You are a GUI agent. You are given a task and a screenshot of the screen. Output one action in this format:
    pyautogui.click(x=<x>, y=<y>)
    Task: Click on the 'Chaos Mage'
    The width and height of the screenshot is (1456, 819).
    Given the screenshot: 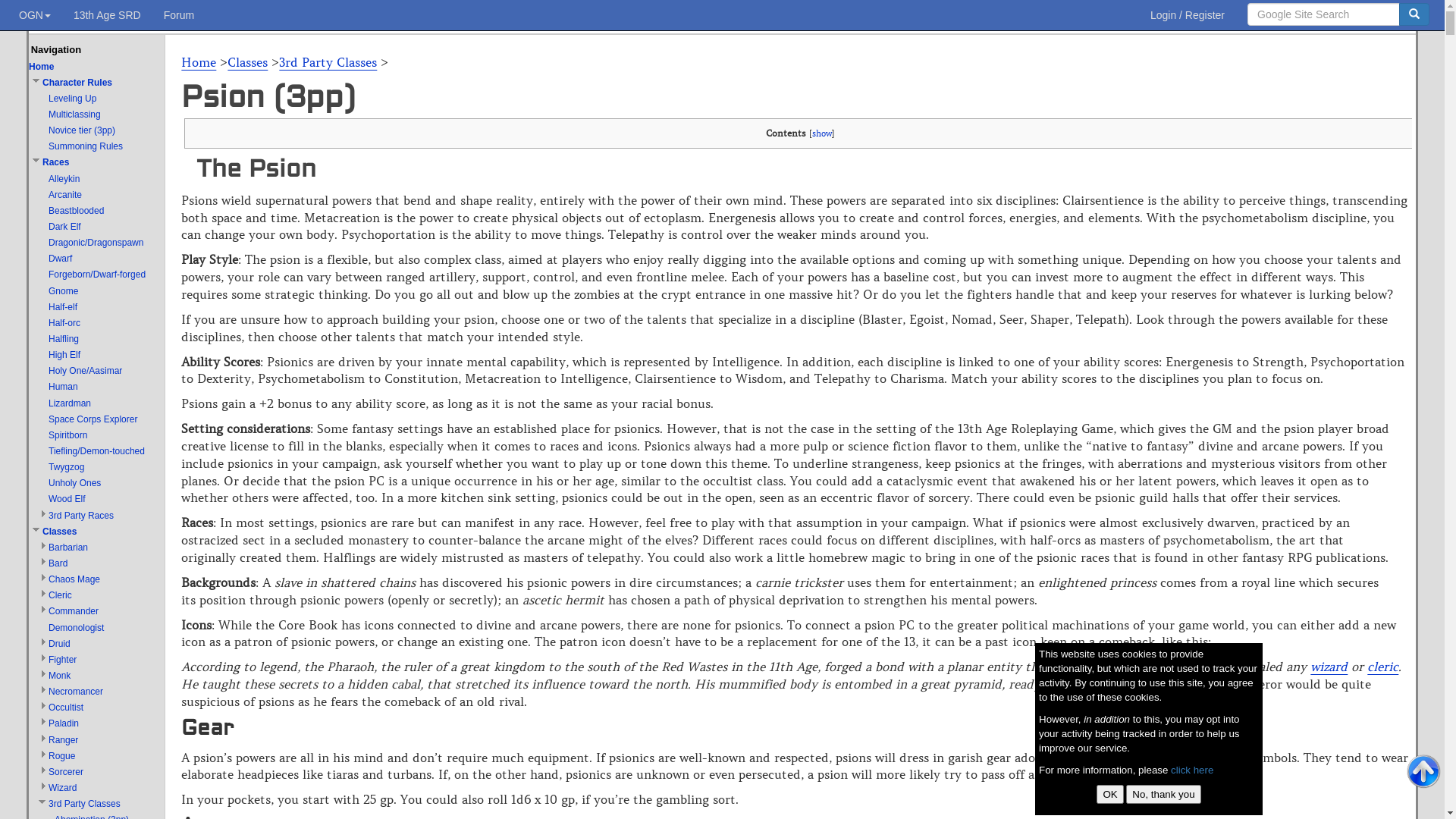 What is the action you would take?
    pyautogui.click(x=73, y=579)
    